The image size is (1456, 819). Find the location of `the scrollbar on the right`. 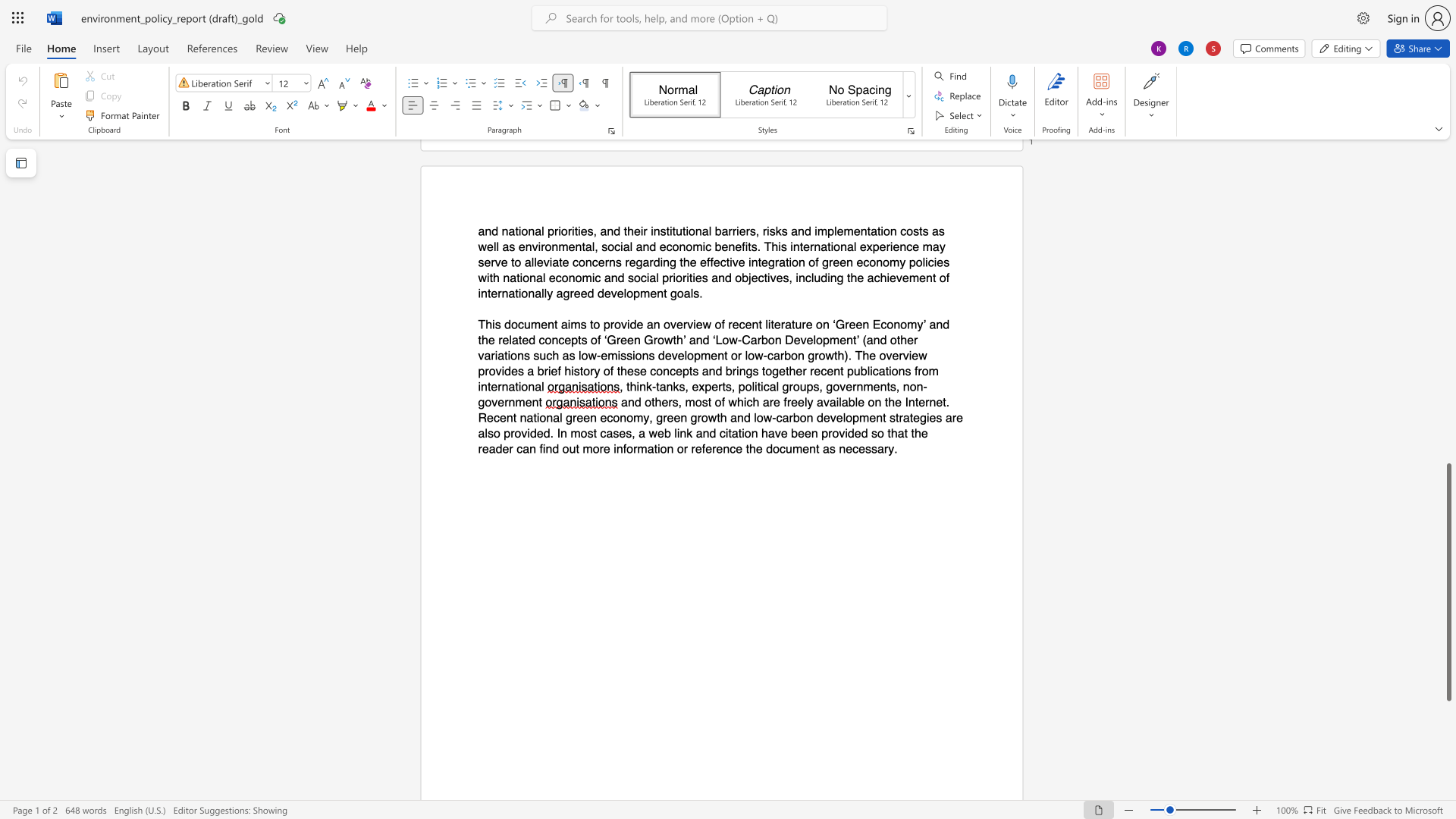

the scrollbar on the right is located at coordinates (1448, 400).